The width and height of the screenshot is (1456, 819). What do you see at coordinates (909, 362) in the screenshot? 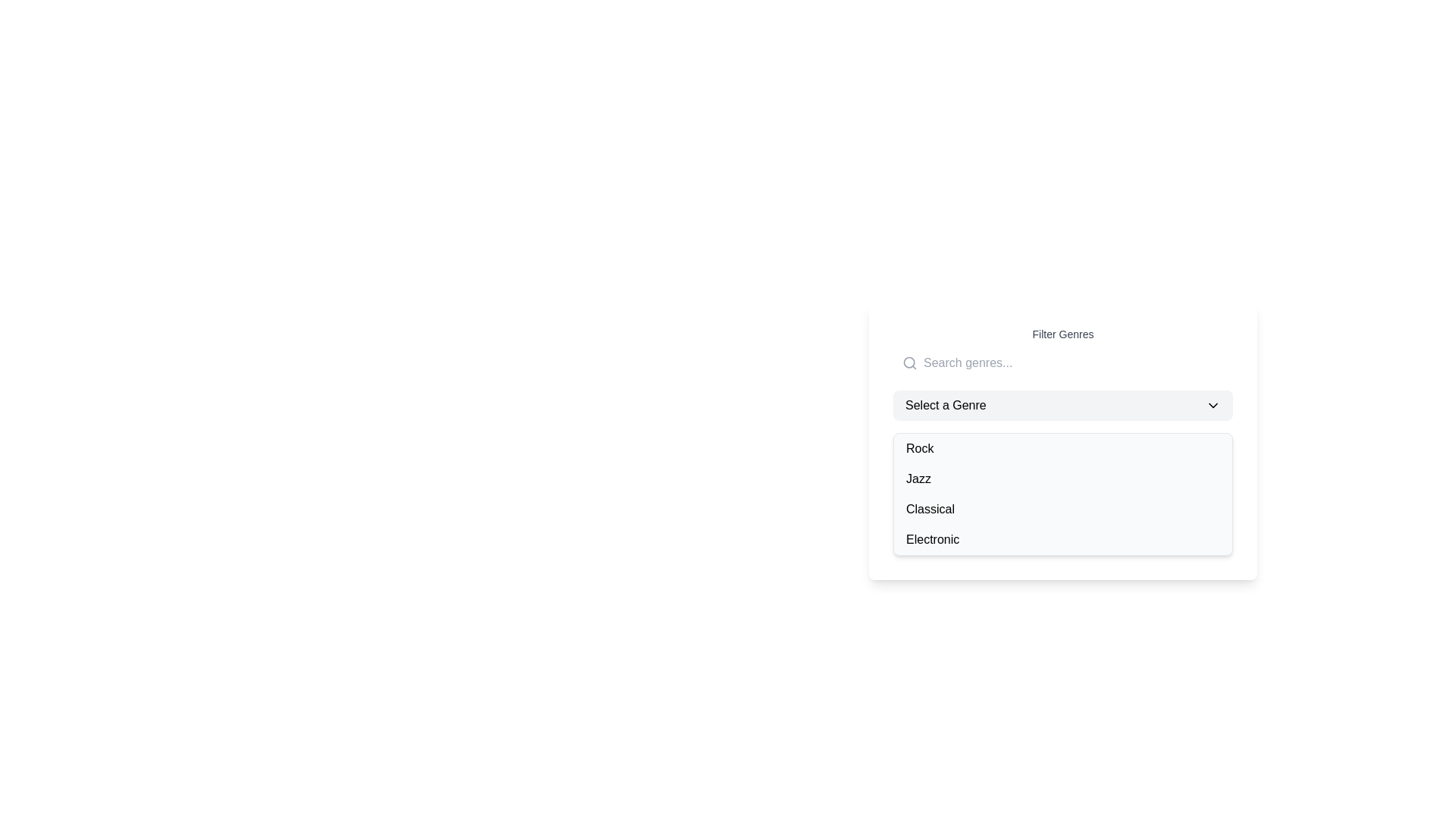
I see `the circular outline of the magnifying lens icon, which is part of the search icon located at the upper-left region of a dropdown and input combination panel` at bounding box center [909, 362].